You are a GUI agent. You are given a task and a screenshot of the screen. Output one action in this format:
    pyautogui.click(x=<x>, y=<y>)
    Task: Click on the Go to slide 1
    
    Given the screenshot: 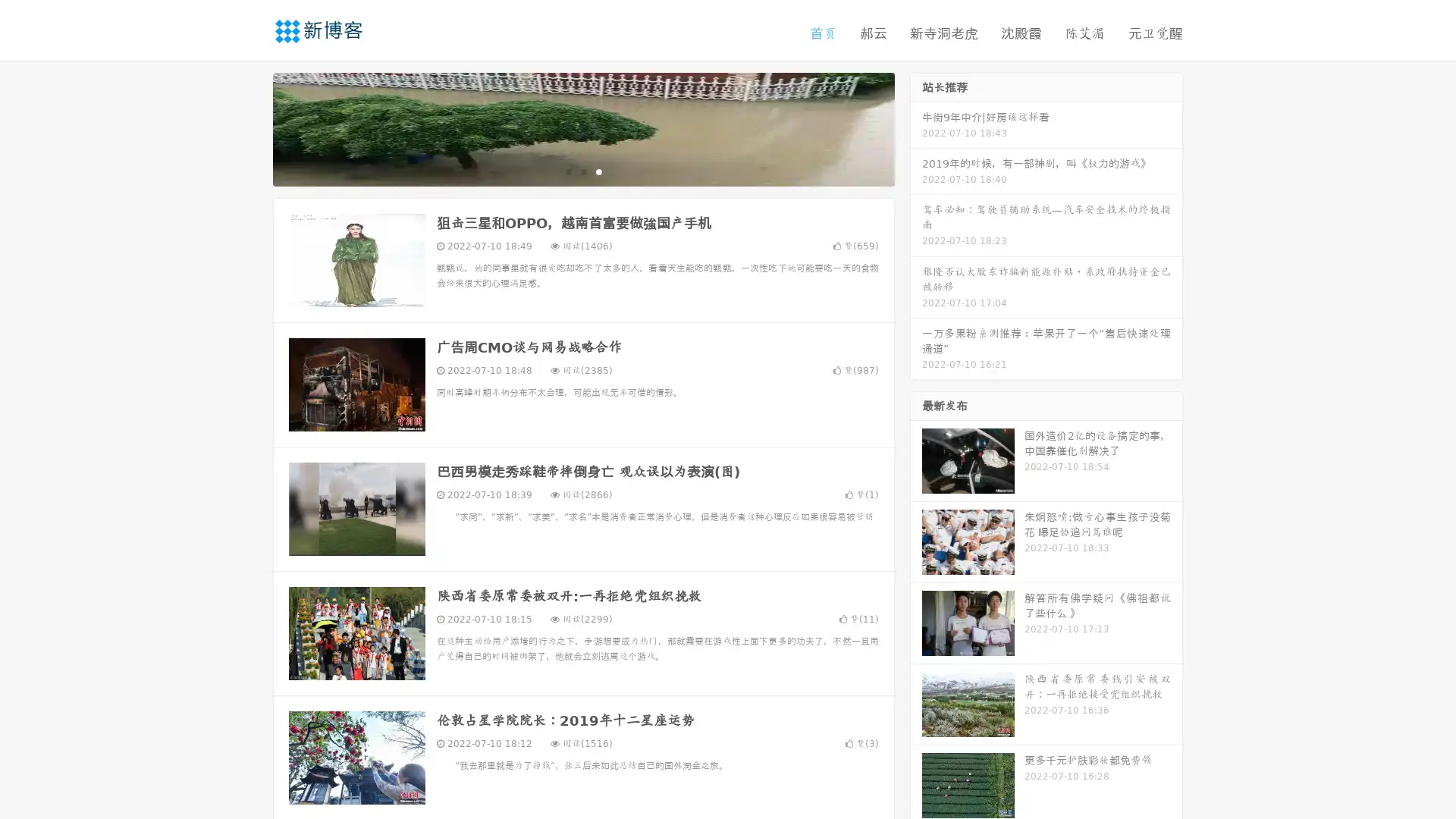 What is the action you would take?
    pyautogui.click(x=567, y=171)
    